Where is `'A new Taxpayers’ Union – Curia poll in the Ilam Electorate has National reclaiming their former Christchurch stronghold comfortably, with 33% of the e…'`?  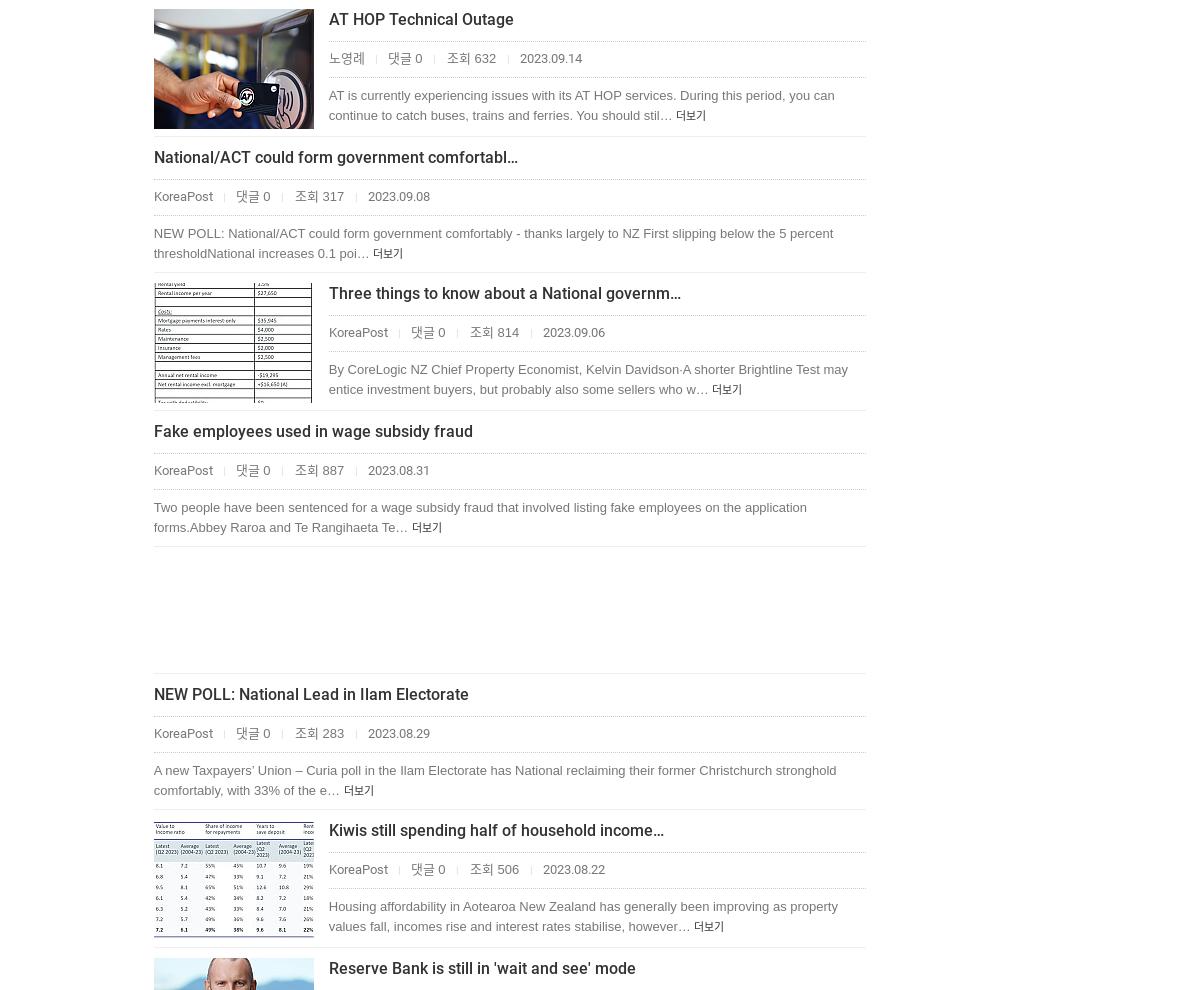 'A new Taxpayers’ Union – Curia poll in the Ilam Electorate has National reclaiming their former Christchurch stronghold comfortably, with 33% of the e…' is located at coordinates (493, 780).